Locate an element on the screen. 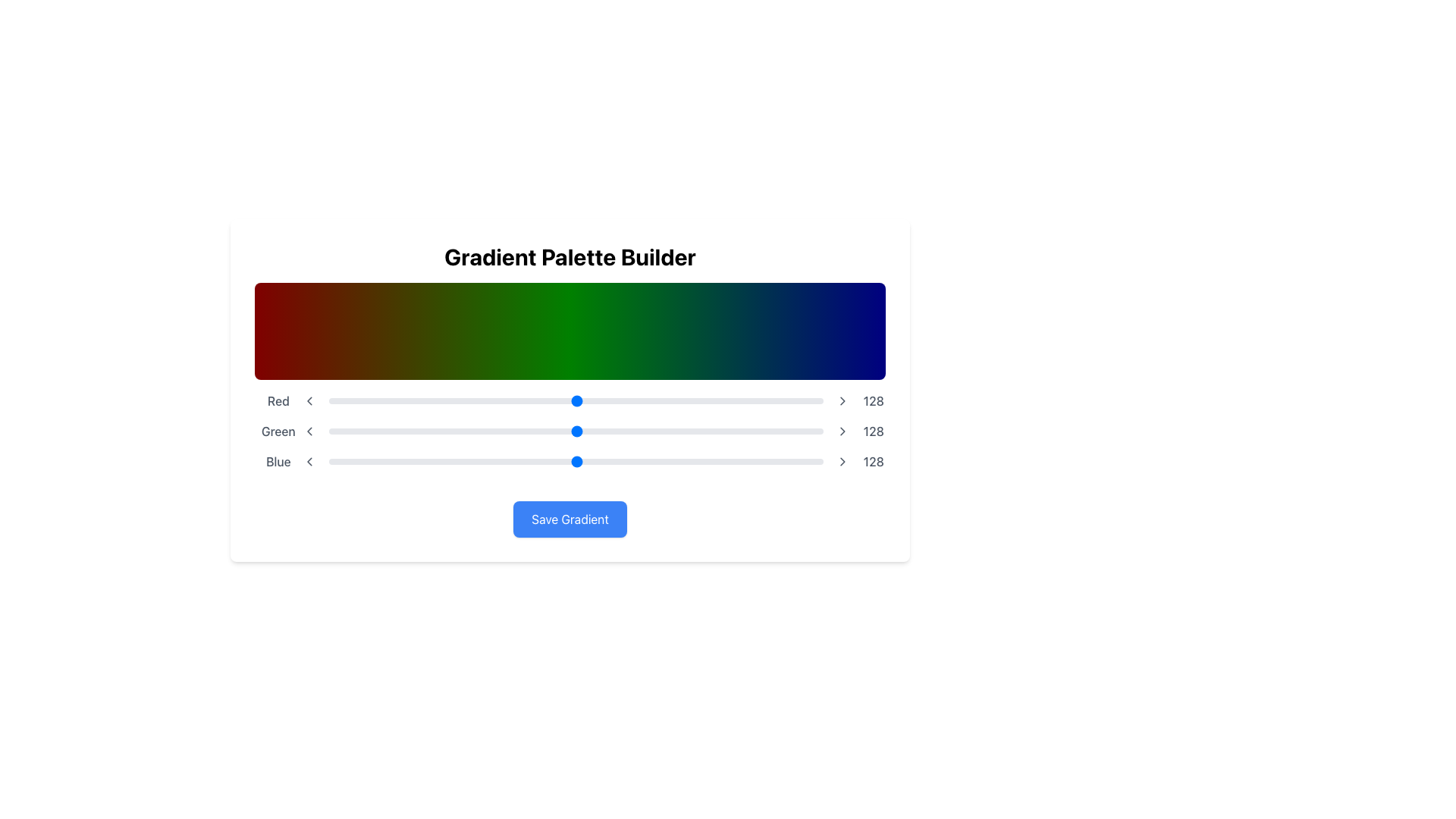  the Left Arrow Control Button, which is a small left-pointing chevron arrow located to the left of the horizontal slider labeled 'Red' is located at coordinates (309, 400).